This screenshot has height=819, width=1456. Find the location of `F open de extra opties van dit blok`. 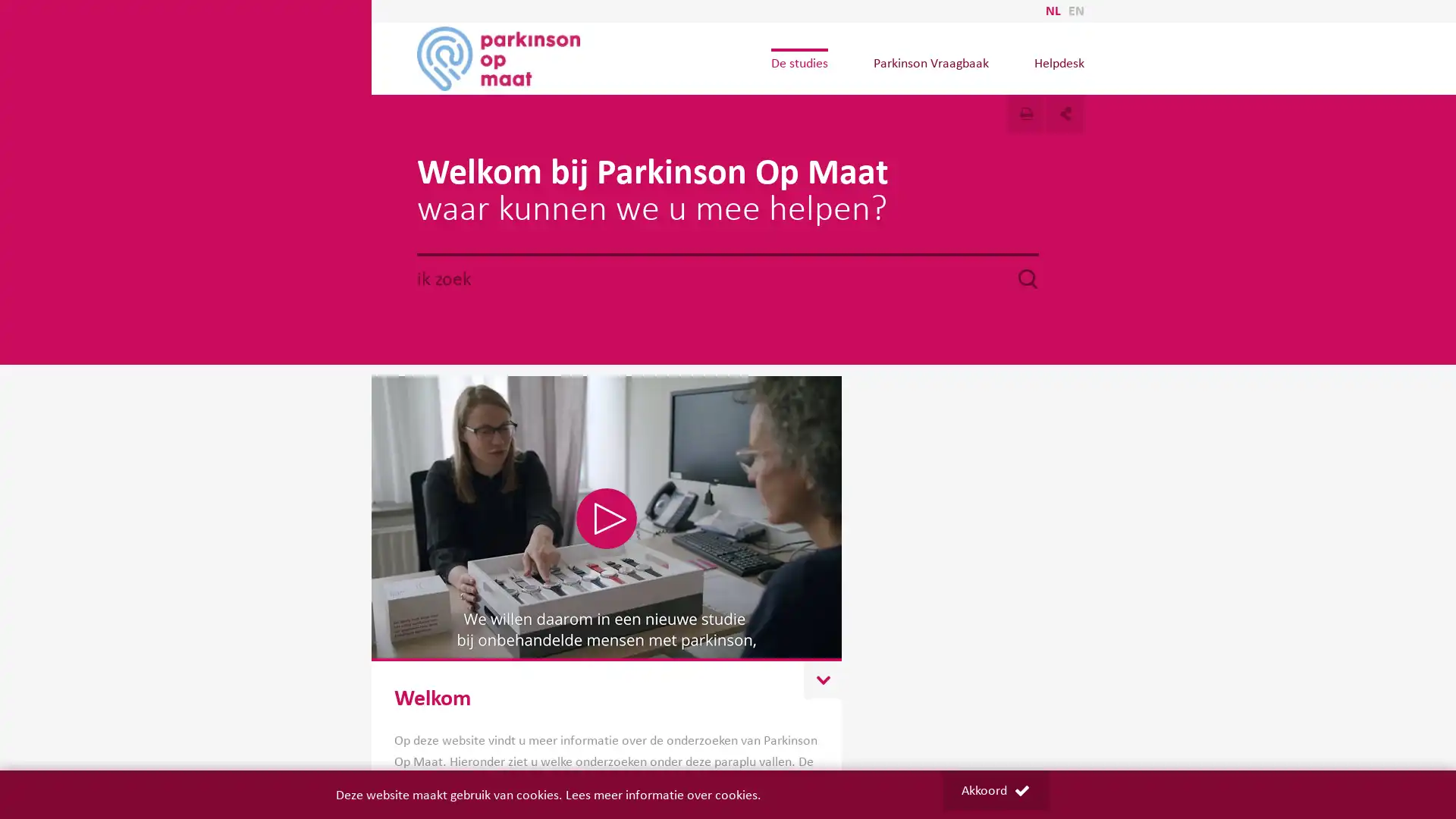

F open de extra opties van dit blok is located at coordinates (821, 679).